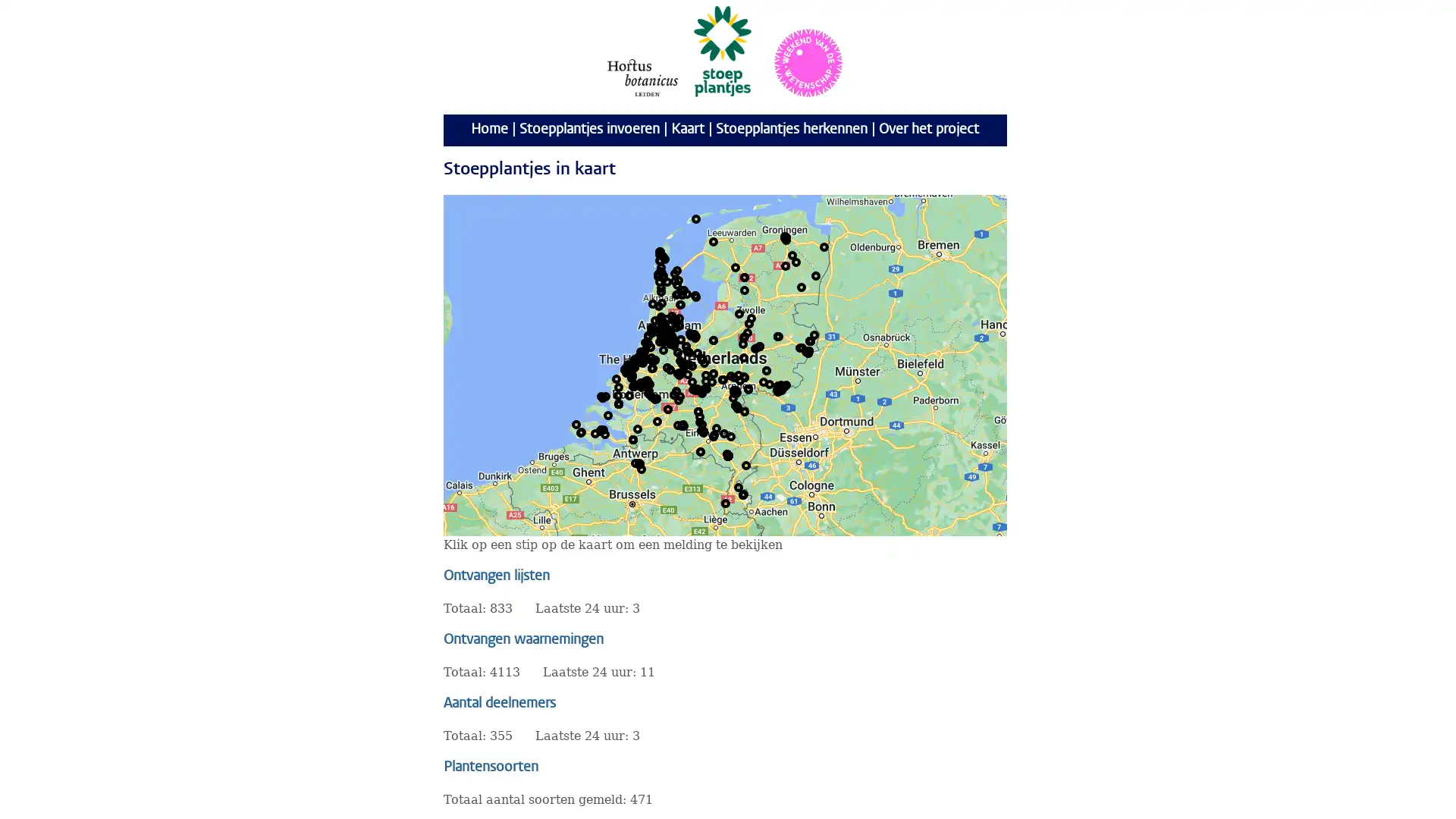  I want to click on Telling van Frans Weisscher op 14 januari 2022, so click(638, 362).